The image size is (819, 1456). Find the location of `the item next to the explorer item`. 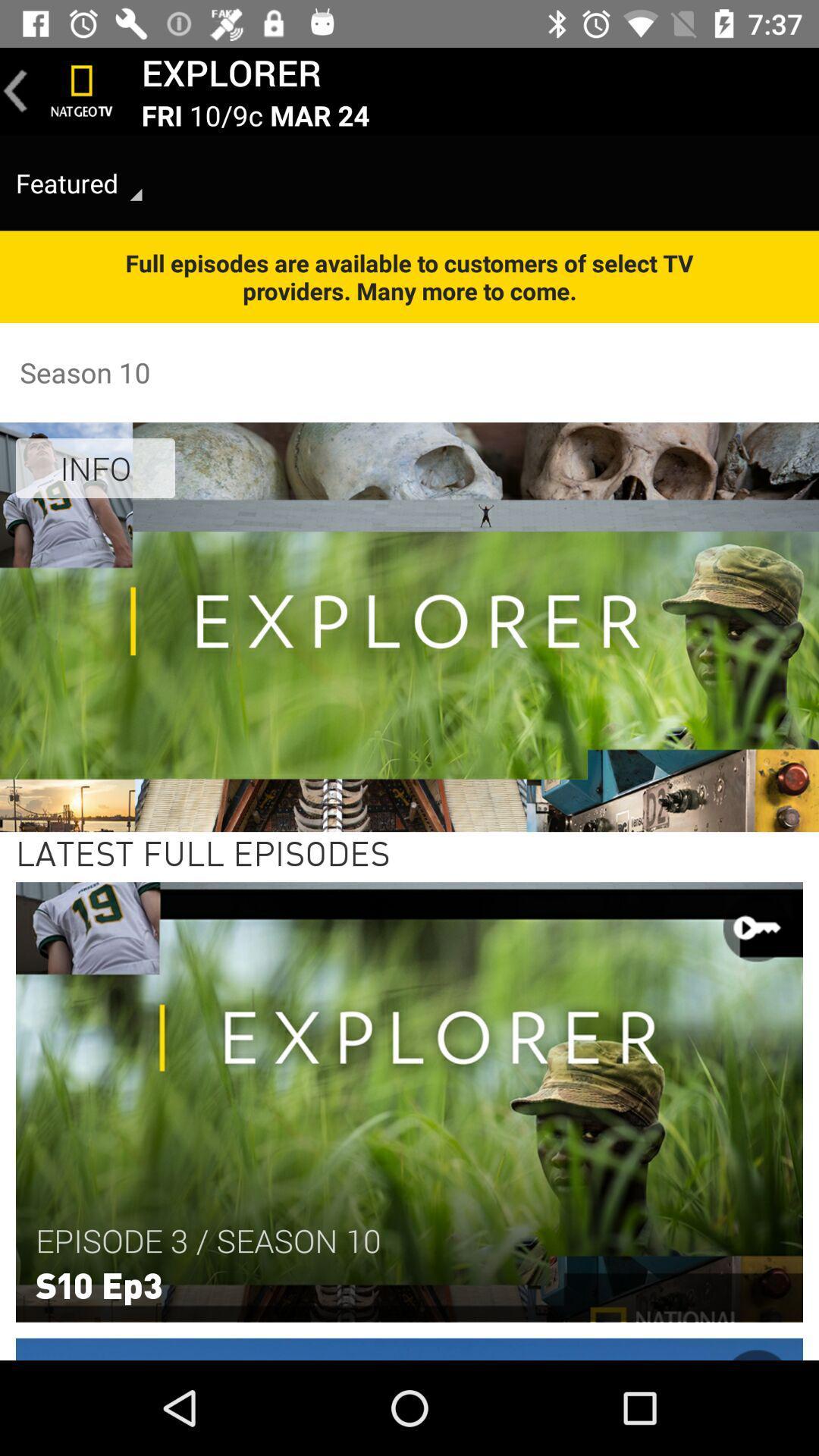

the item next to the explorer item is located at coordinates (82, 90).